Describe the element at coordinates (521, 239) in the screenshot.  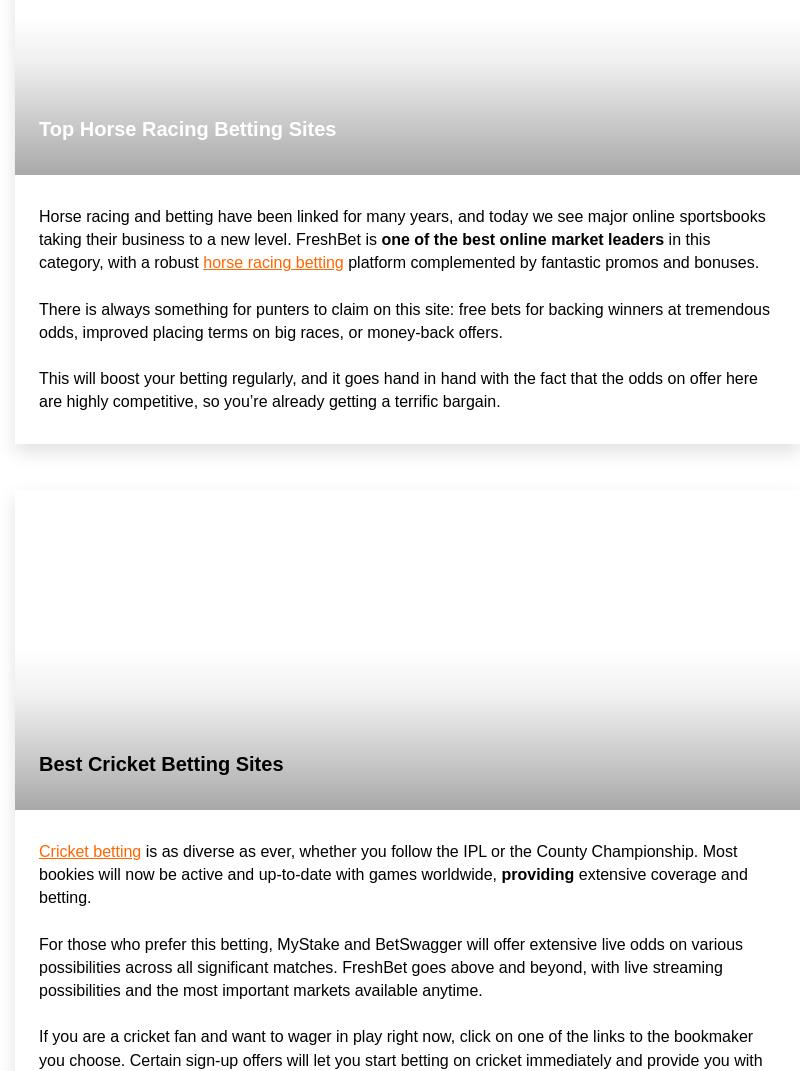
I see `'one of the best online market leaders'` at that location.